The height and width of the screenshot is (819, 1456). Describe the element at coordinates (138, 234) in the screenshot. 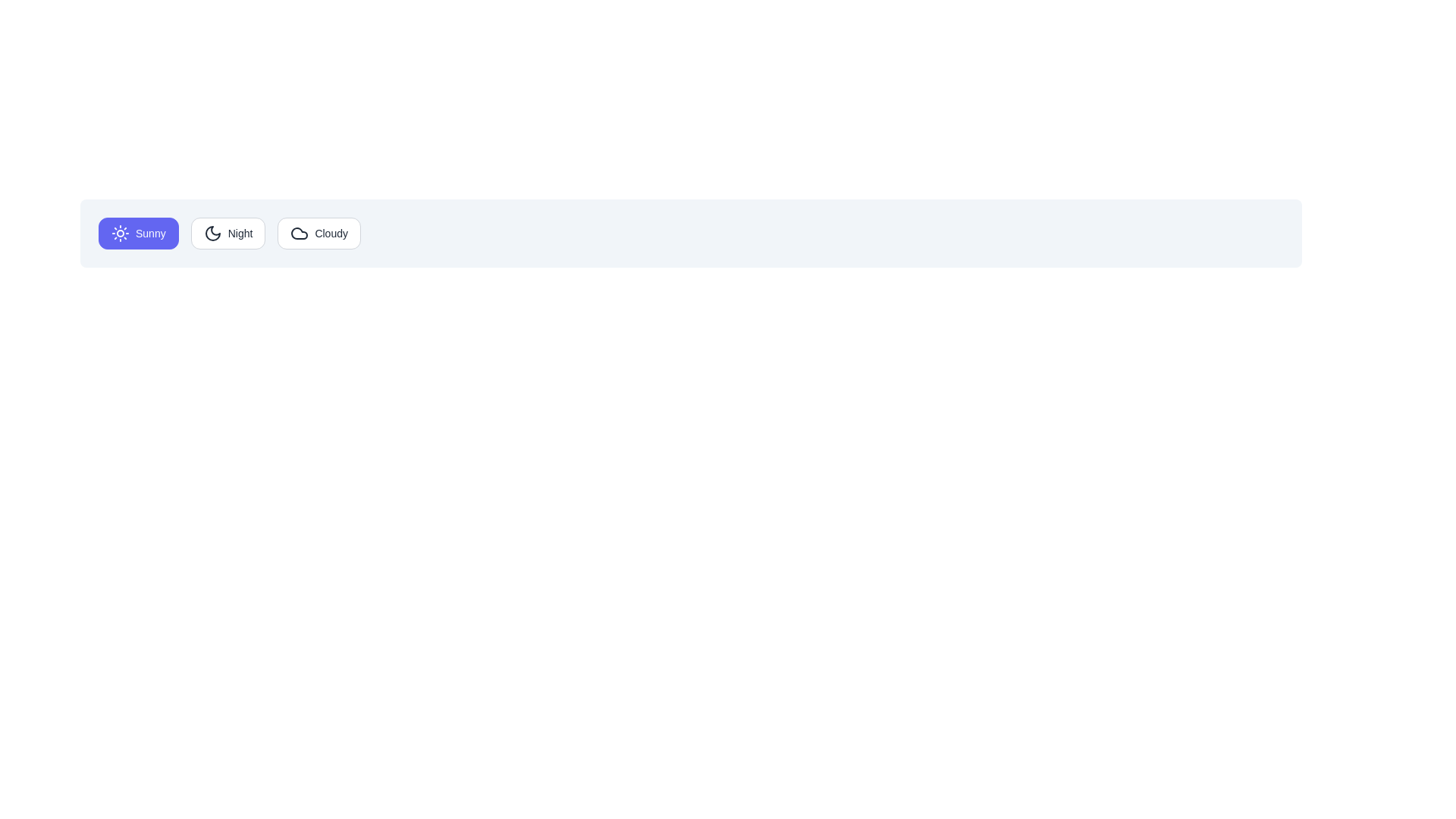

I see `the Sunny button to observe its hover state` at that location.